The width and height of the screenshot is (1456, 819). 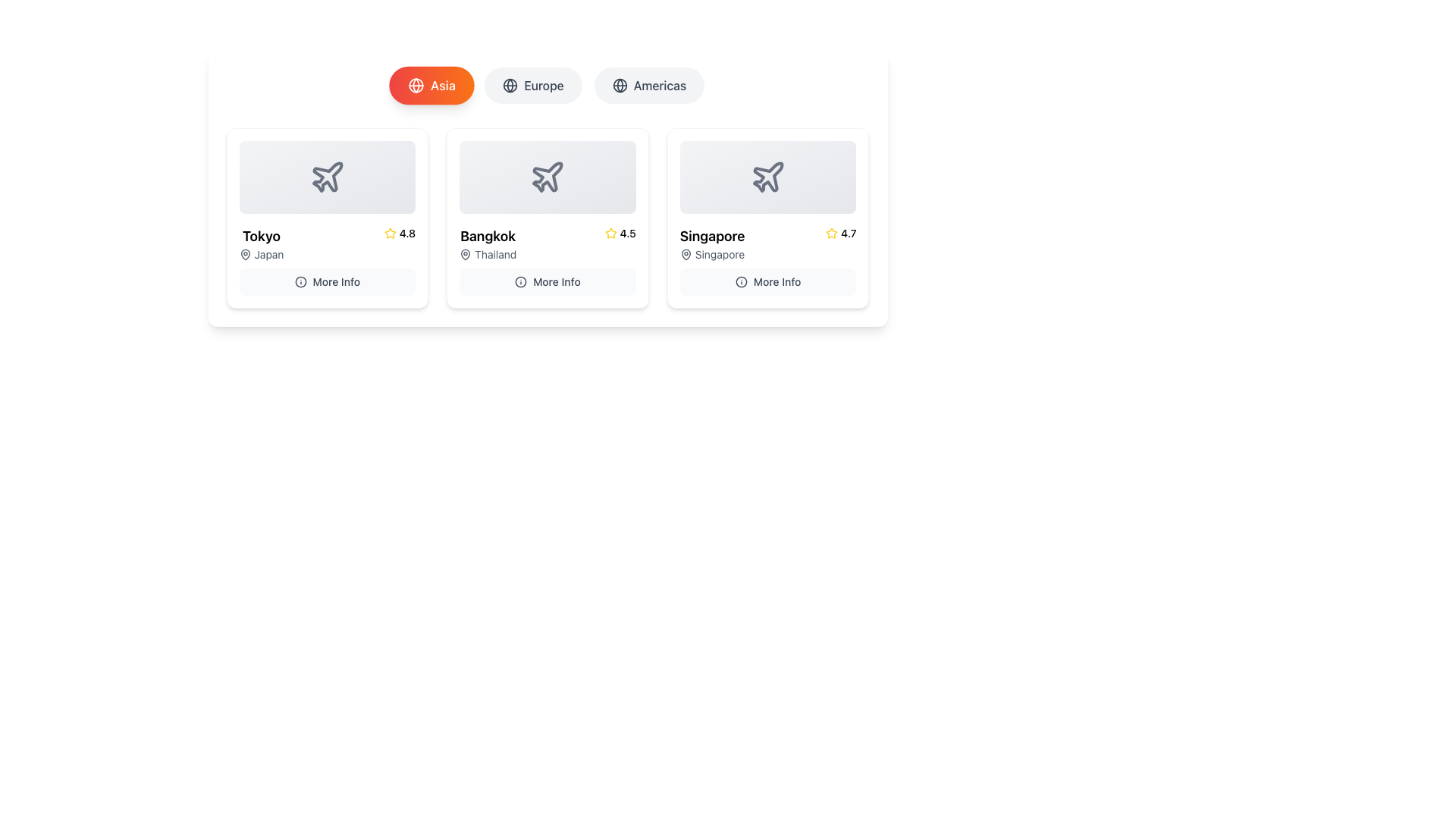 What do you see at coordinates (416, 85) in the screenshot?
I see `the globe icon that is part of the 'Asia' button, which symbolizes global locations or travel and is positioned at the far left of the button` at bounding box center [416, 85].